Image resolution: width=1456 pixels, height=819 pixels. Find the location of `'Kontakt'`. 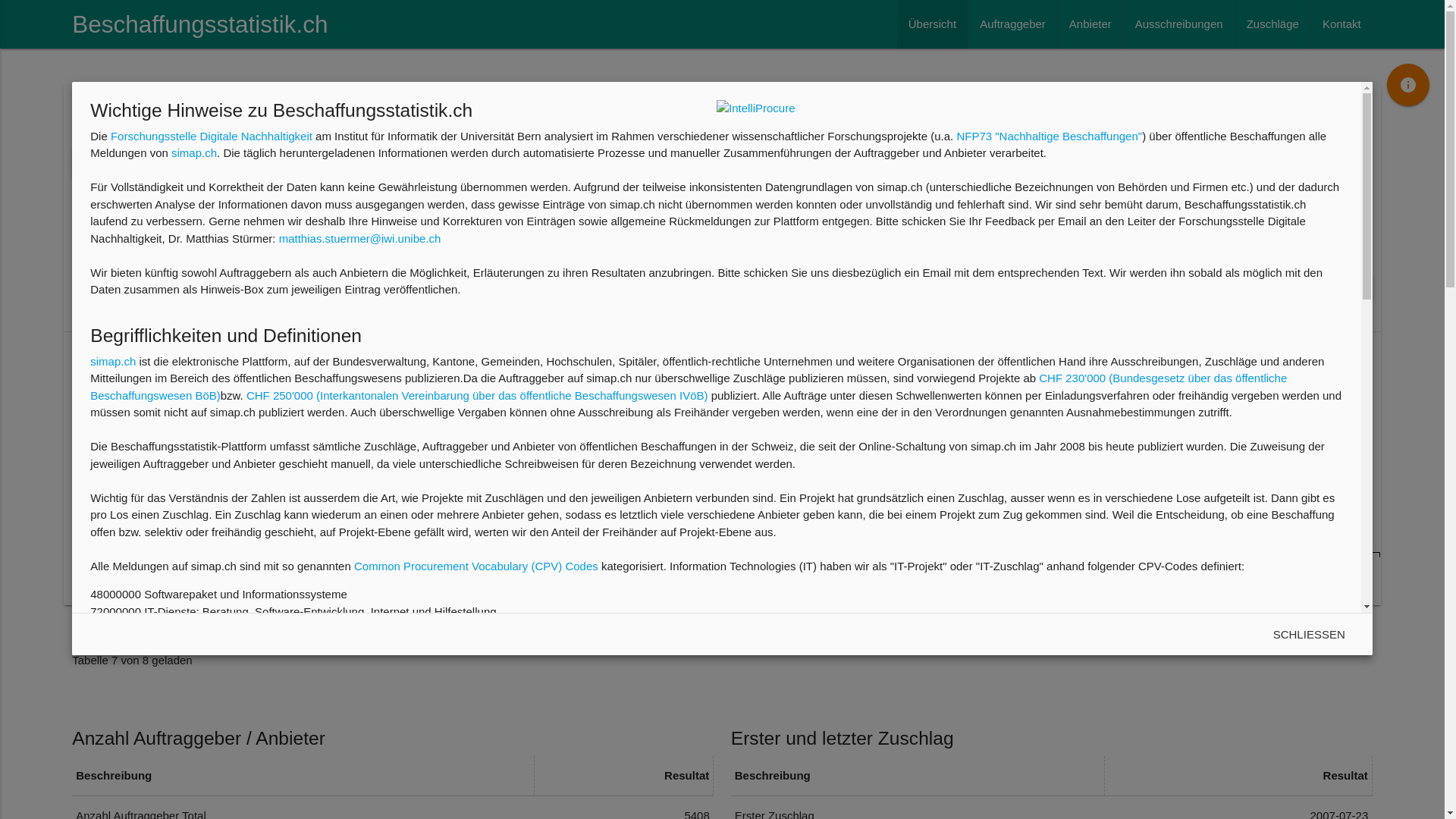

'Kontakt' is located at coordinates (1341, 24).